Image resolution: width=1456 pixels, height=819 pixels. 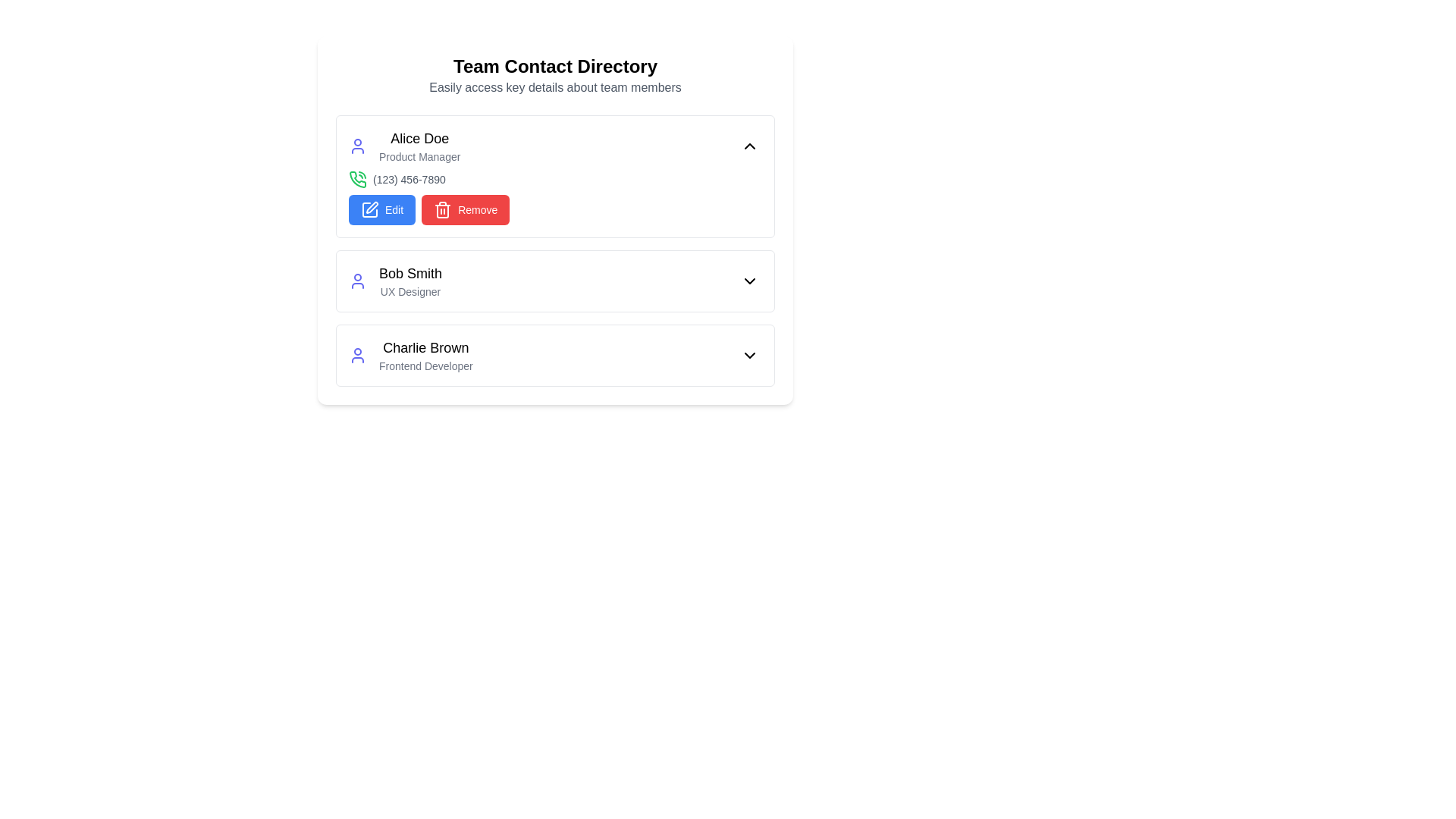 I want to click on the text label displaying 'Frontend Developer' which is located below 'Charlie Brown' in the third contact card, so click(x=425, y=366).